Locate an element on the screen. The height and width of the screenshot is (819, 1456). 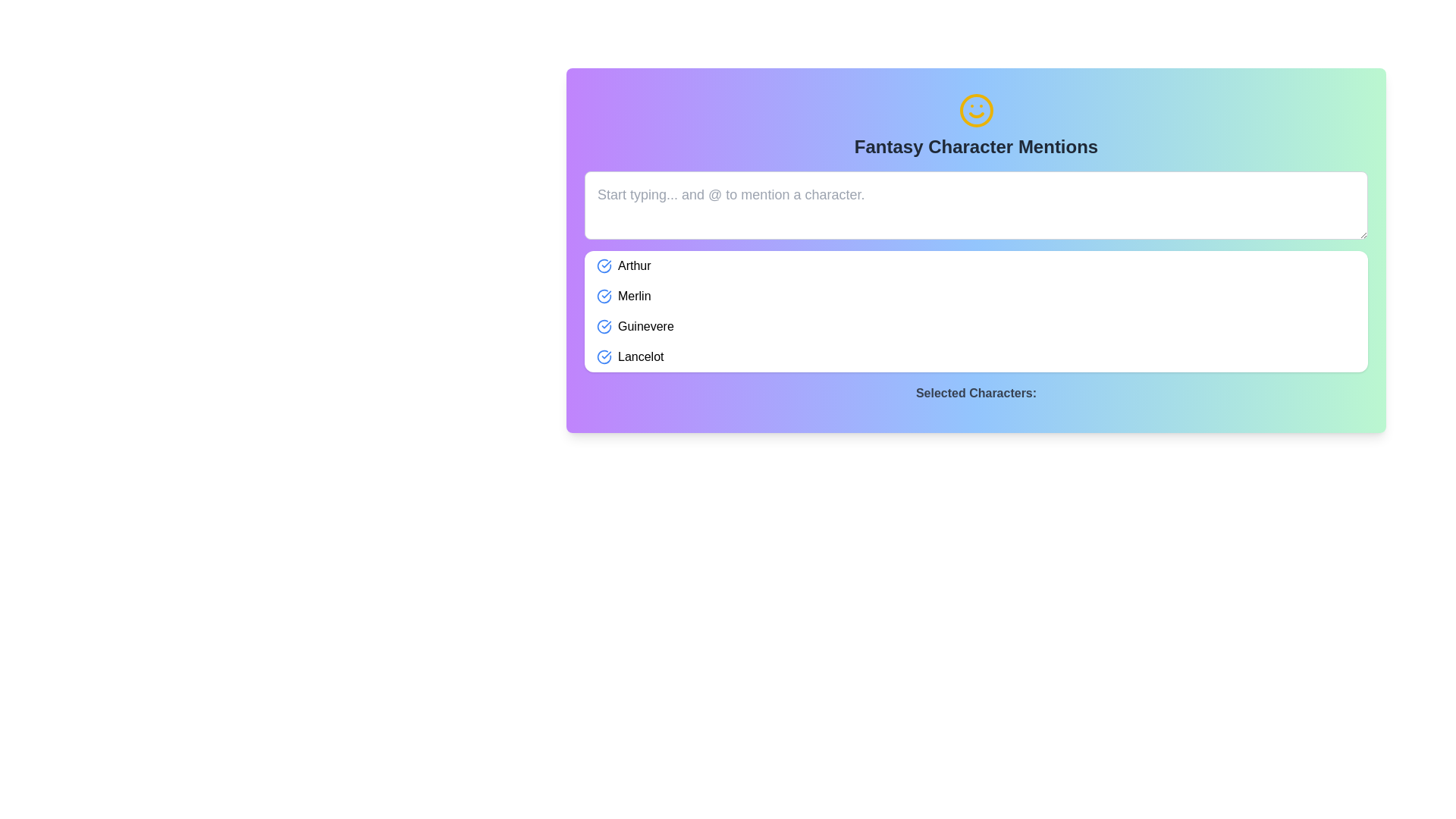
the circular blue checkmark icon located at the beginning of the list item labeled 'Arthur', which serves as a status or confirmation indicator is located at coordinates (603, 265).